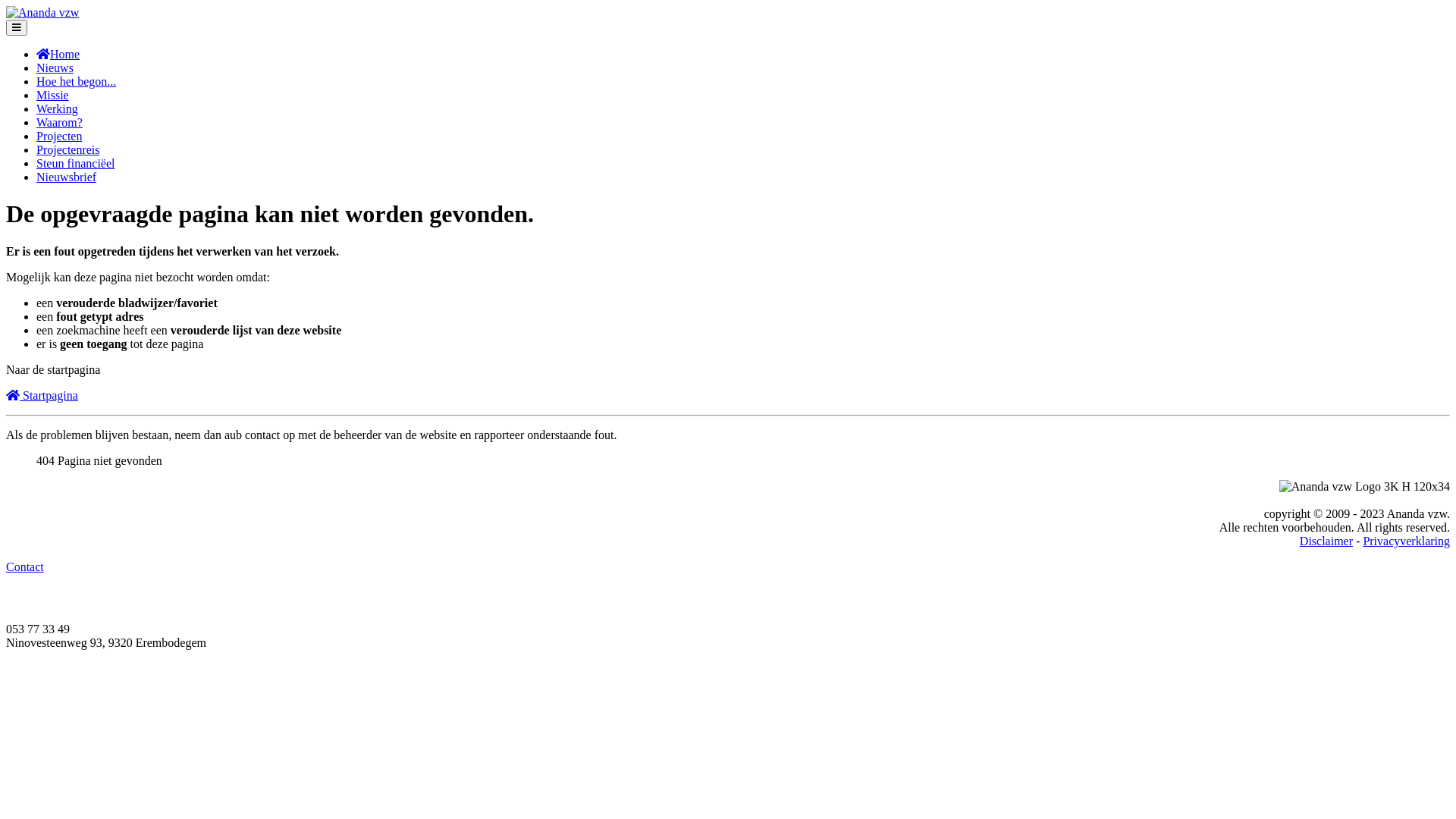  I want to click on 'Projectenreis', so click(67, 149).